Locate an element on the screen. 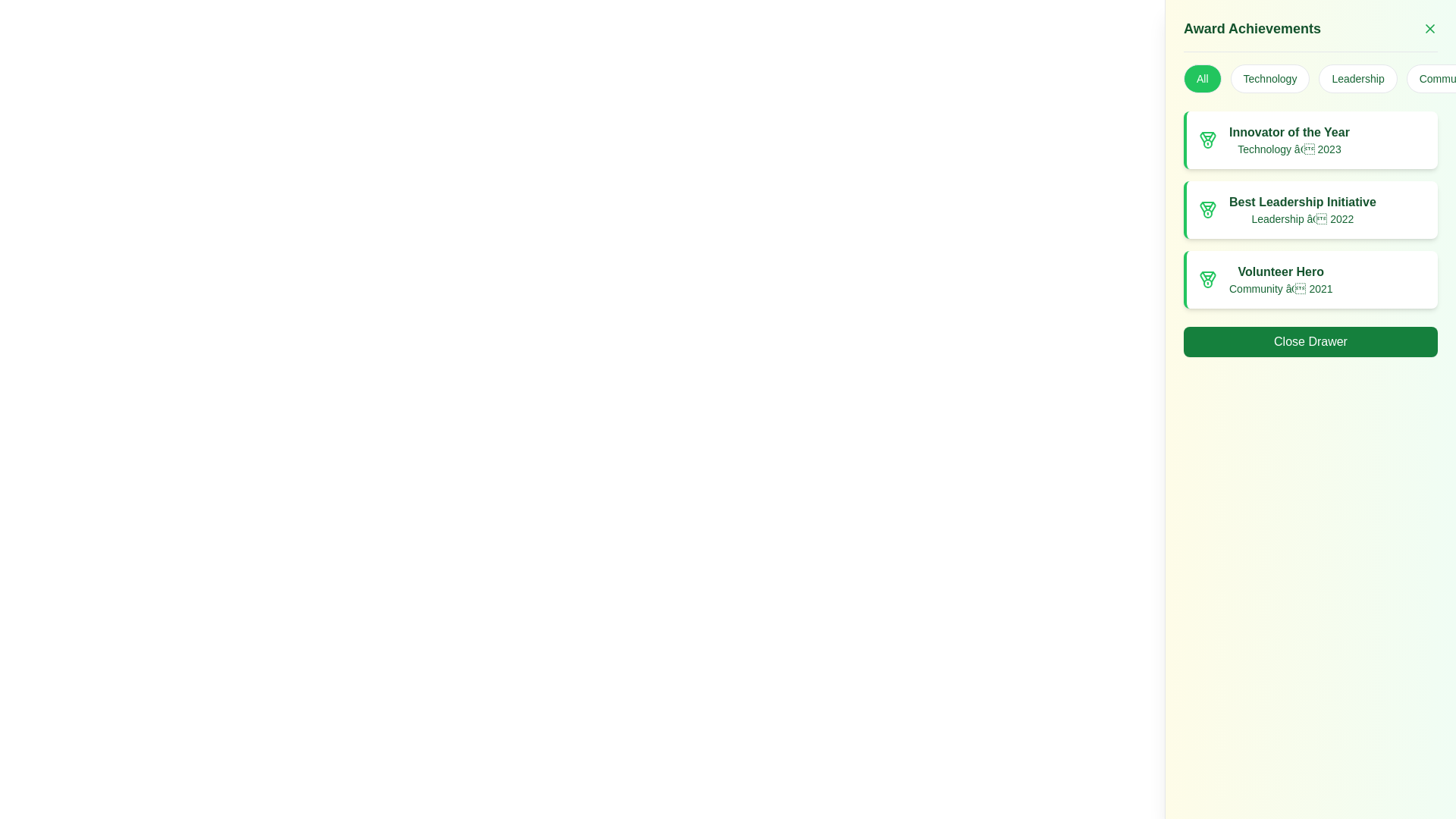  the 'Technology' filter button located in the sidebar is located at coordinates (1270, 79).